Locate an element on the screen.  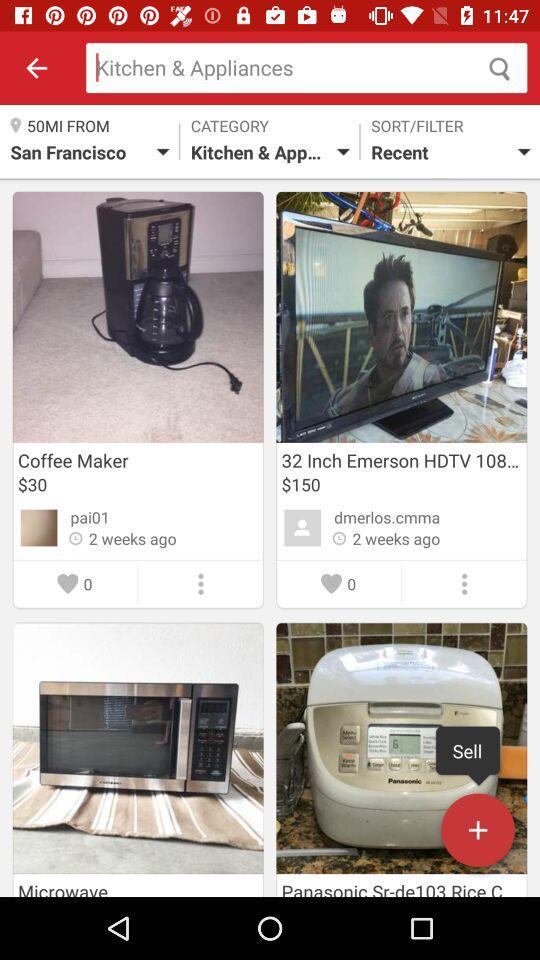
item above 2 weeks ago icon is located at coordinates (89, 516).